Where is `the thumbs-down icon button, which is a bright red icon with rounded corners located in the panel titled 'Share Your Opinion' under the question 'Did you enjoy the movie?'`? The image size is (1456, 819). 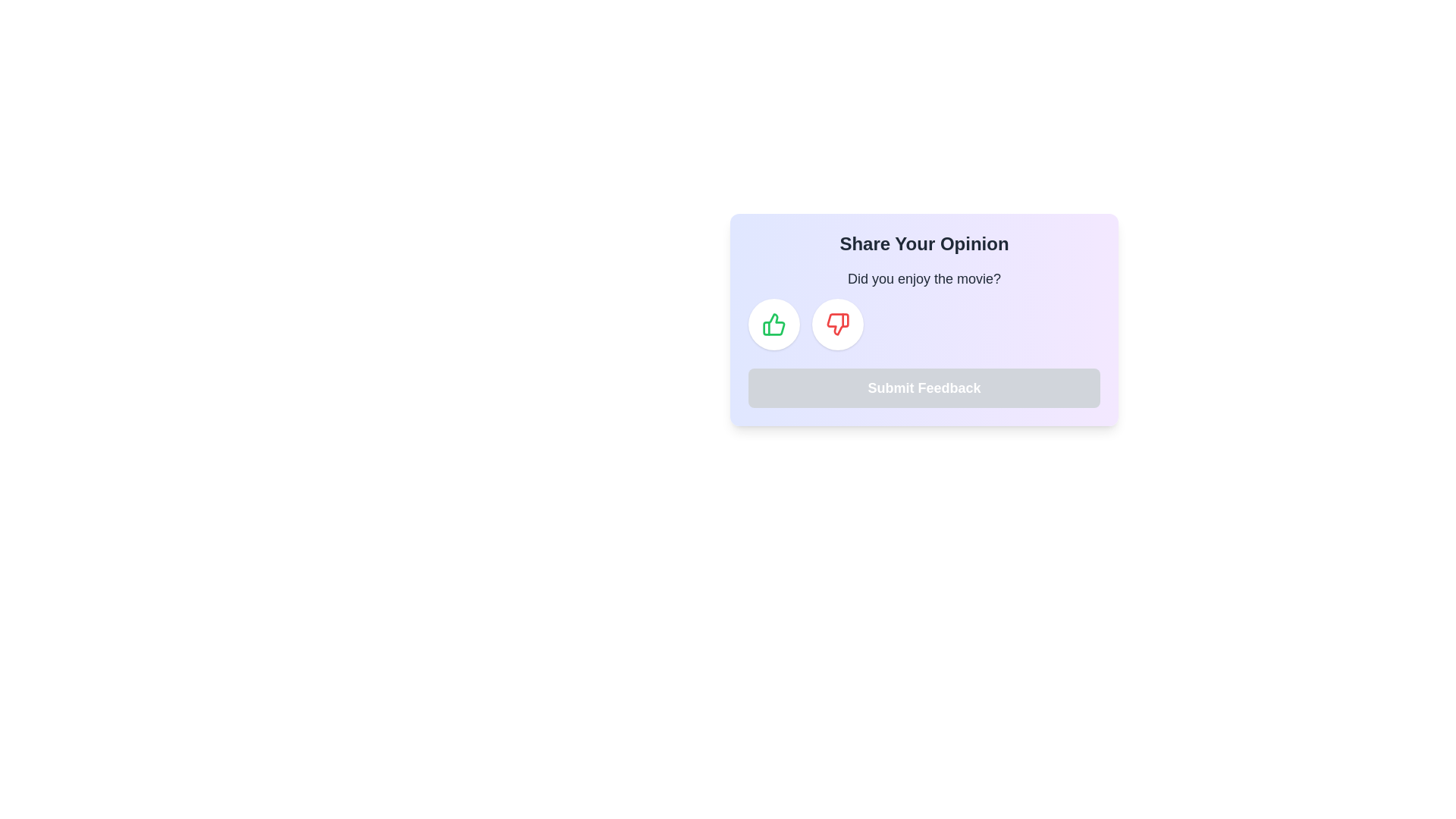
the thumbs-down icon button, which is a bright red icon with rounded corners located in the panel titled 'Share Your Opinion' under the question 'Did you enjoy the movie?' is located at coordinates (836, 324).